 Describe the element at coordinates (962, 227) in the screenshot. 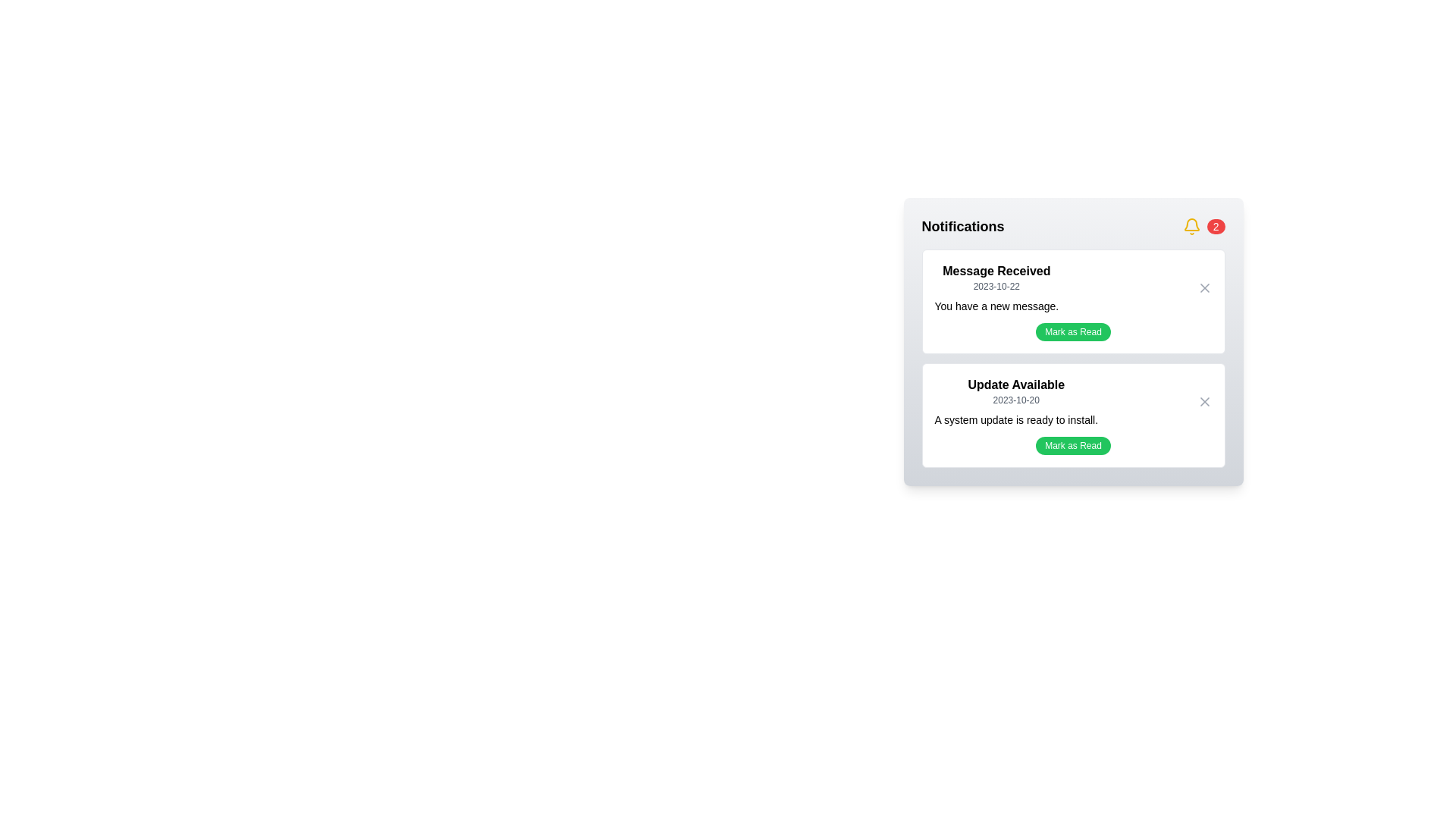

I see `Text label that serves as the title or header for the notification section, indicating the current context to users` at that location.